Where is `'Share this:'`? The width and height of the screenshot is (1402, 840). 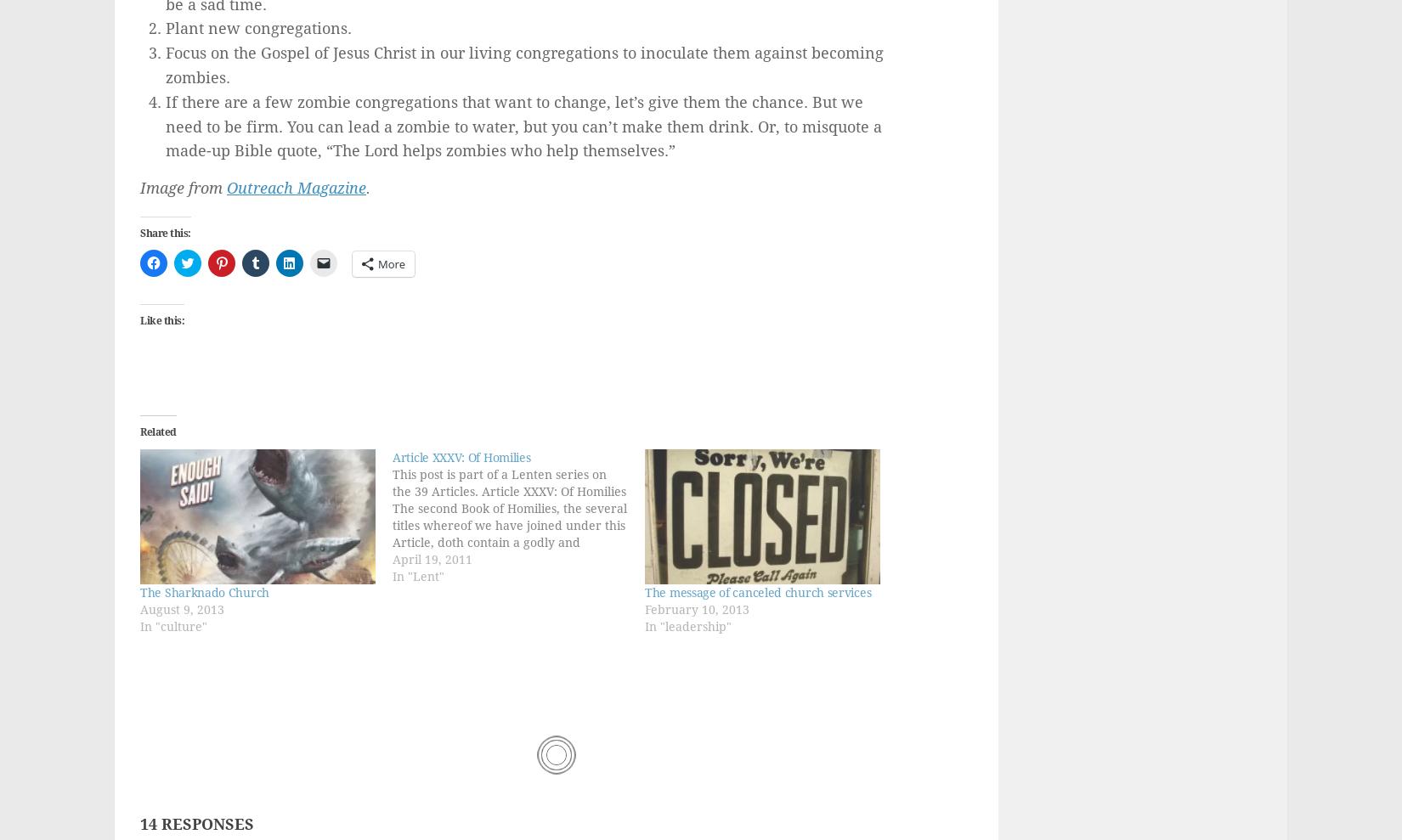
'Share this:' is located at coordinates (165, 233).